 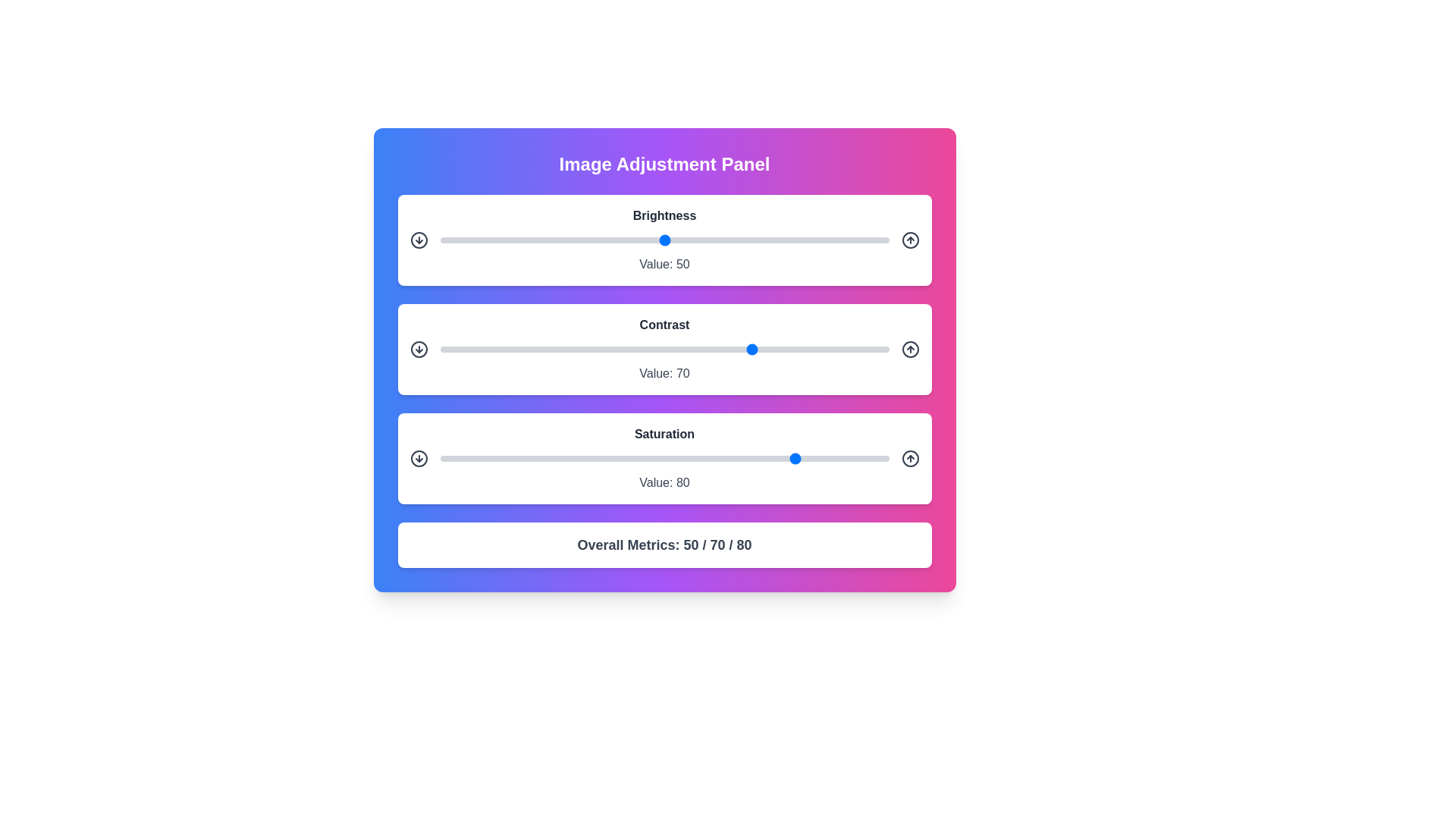 What do you see at coordinates (853, 458) in the screenshot?
I see `the slider value` at bounding box center [853, 458].